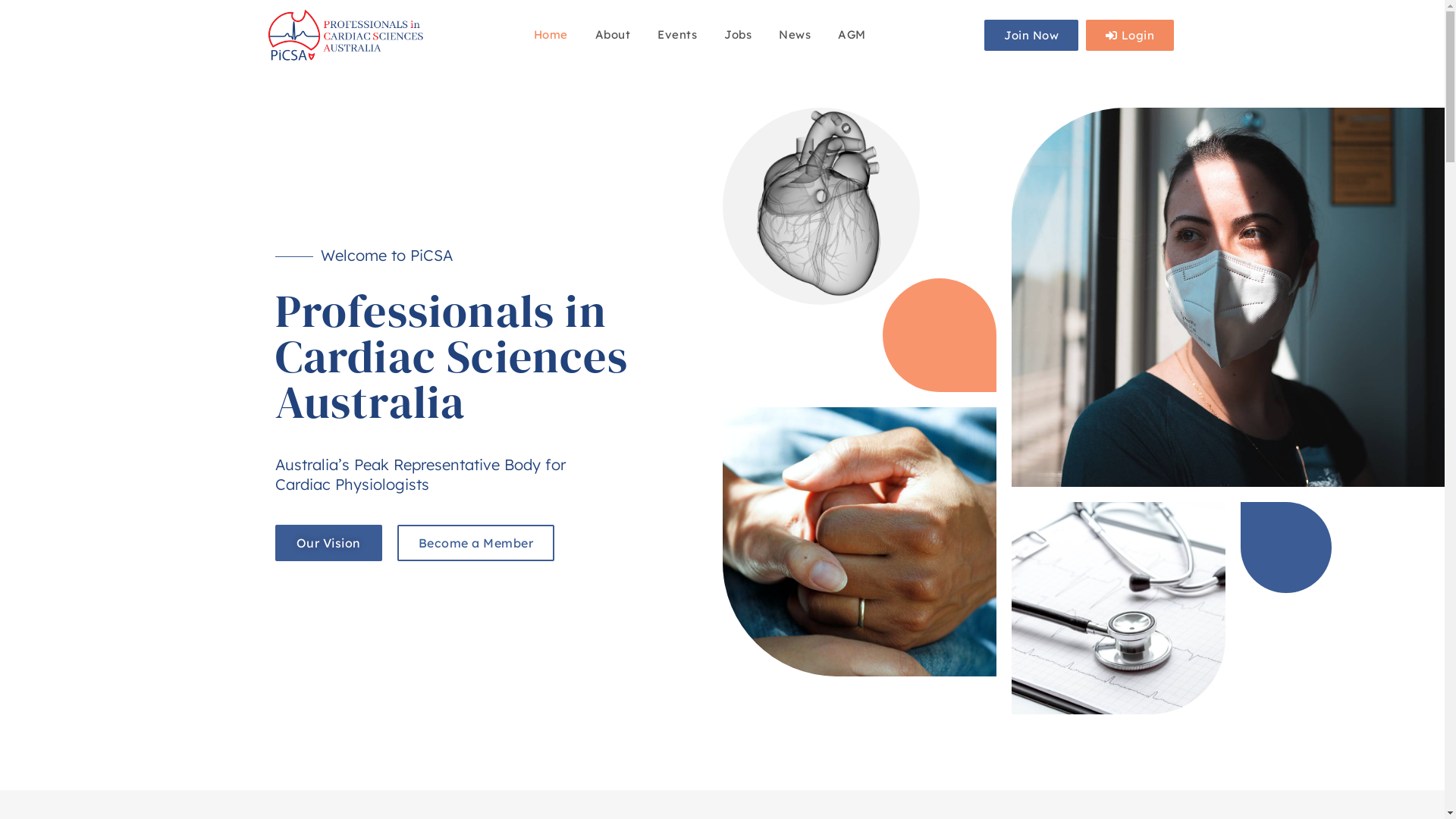 The height and width of the screenshot is (819, 1456). What do you see at coordinates (475, 542) in the screenshot?
I see `'Become a Member'` at bounding box center [475, 542].